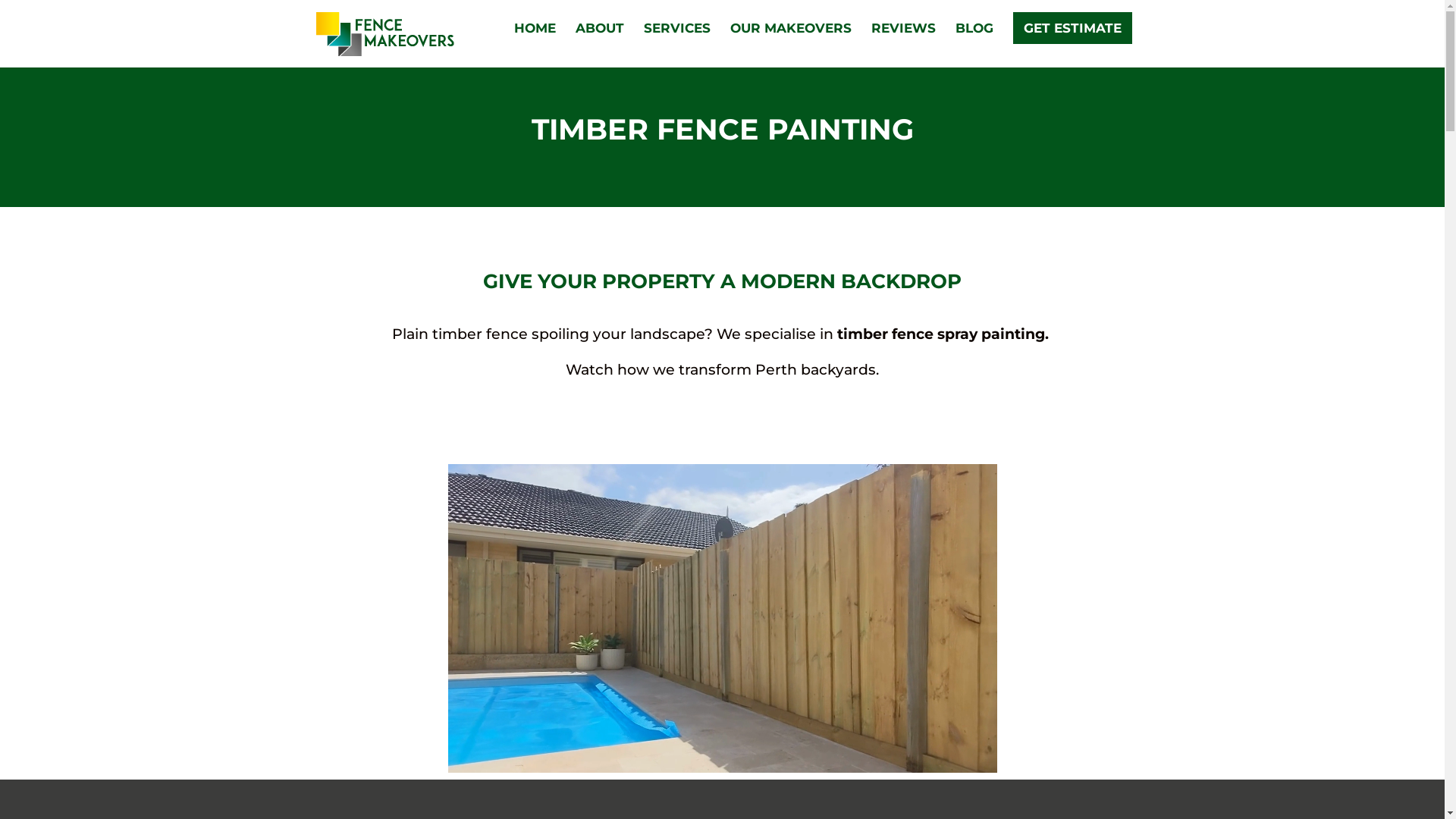  Describe the element at coordinates (598, 44) in the screenshot. I see `'ABOUT'` at that location.